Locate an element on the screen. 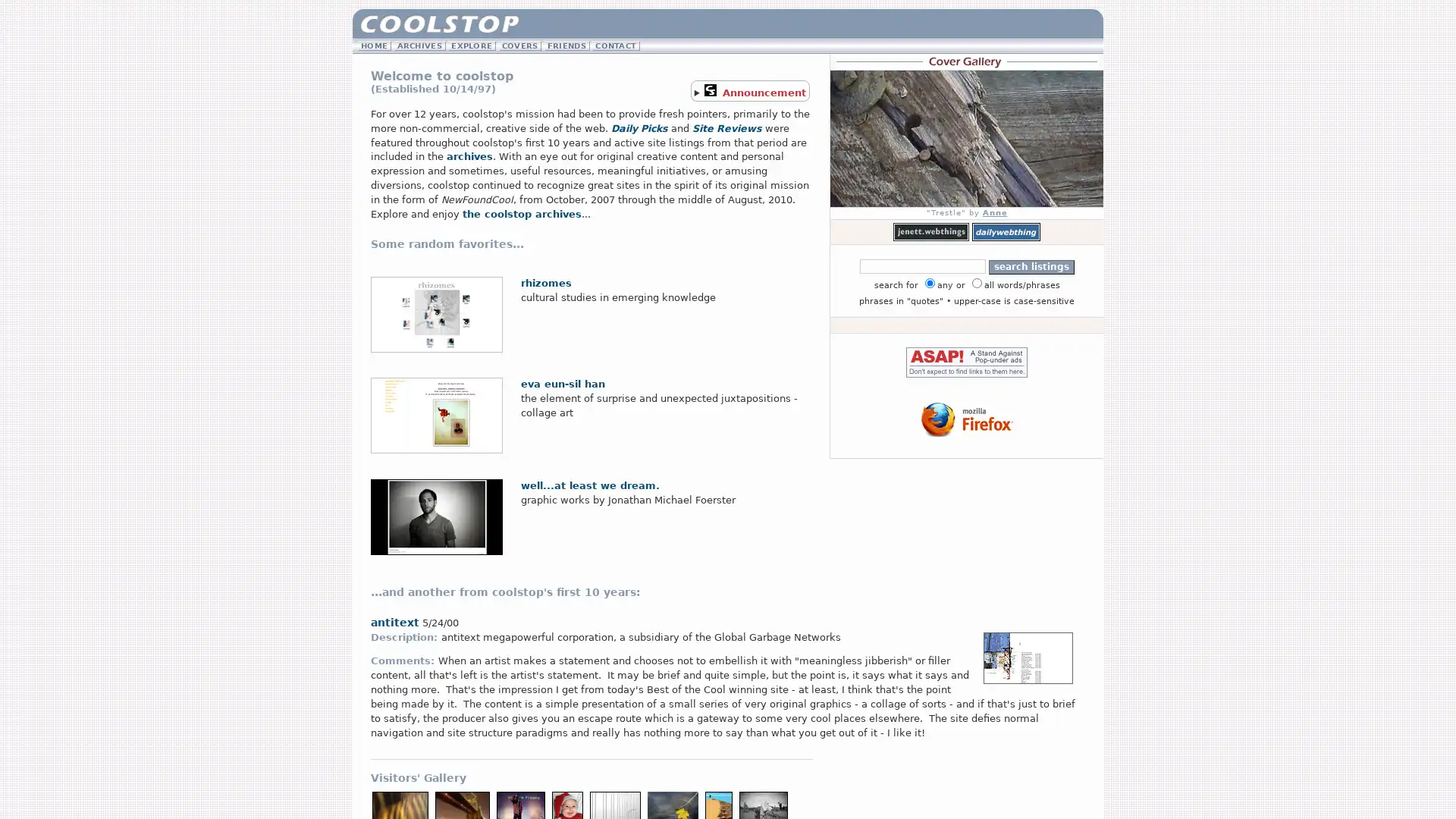  search listings is located at coordinates (1031, 266).